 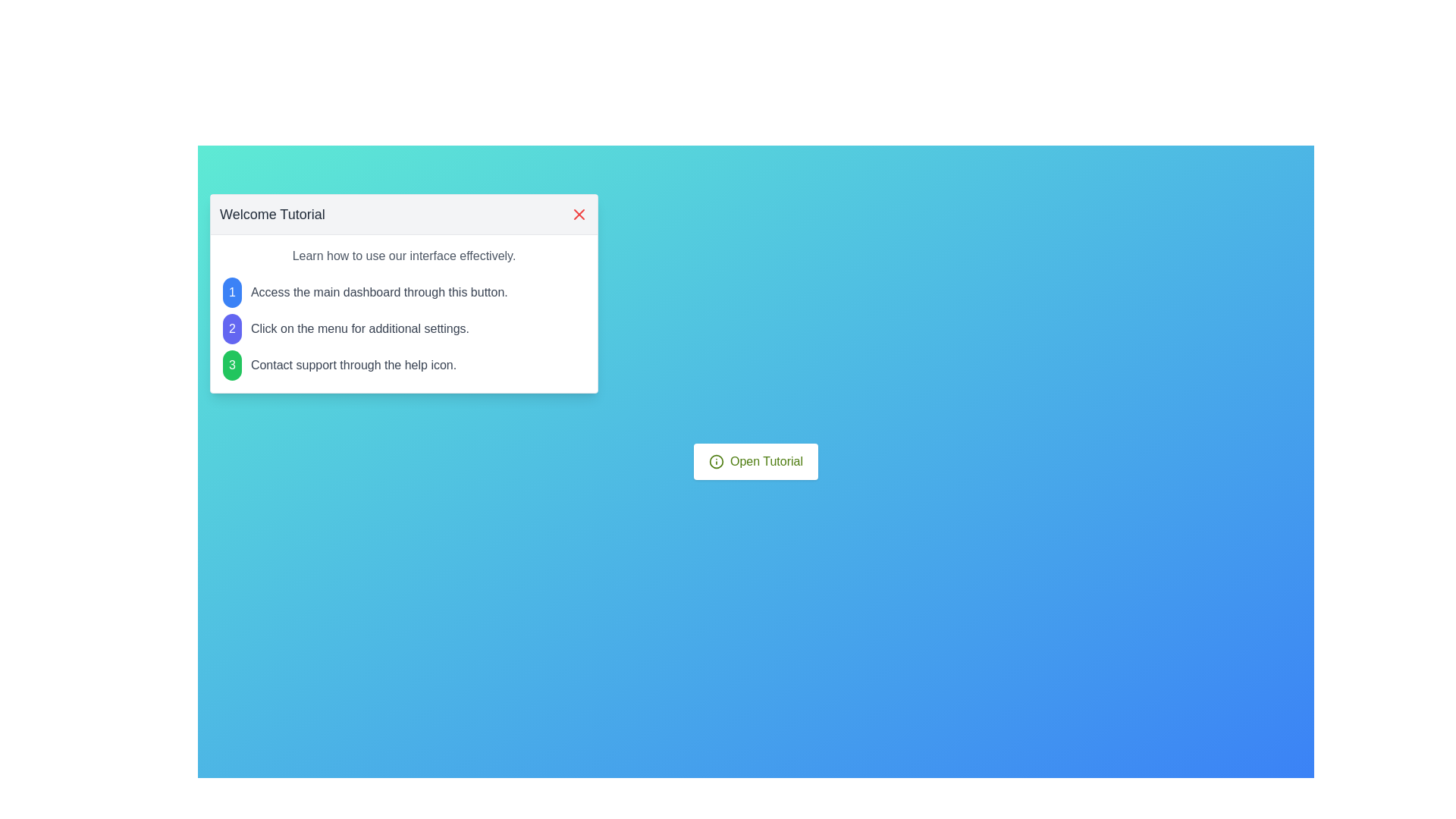 What do you see at coordinates (403, 292) in the screenshot?
I see `the instructional text element that guides users` at bounding box center [403, 292].